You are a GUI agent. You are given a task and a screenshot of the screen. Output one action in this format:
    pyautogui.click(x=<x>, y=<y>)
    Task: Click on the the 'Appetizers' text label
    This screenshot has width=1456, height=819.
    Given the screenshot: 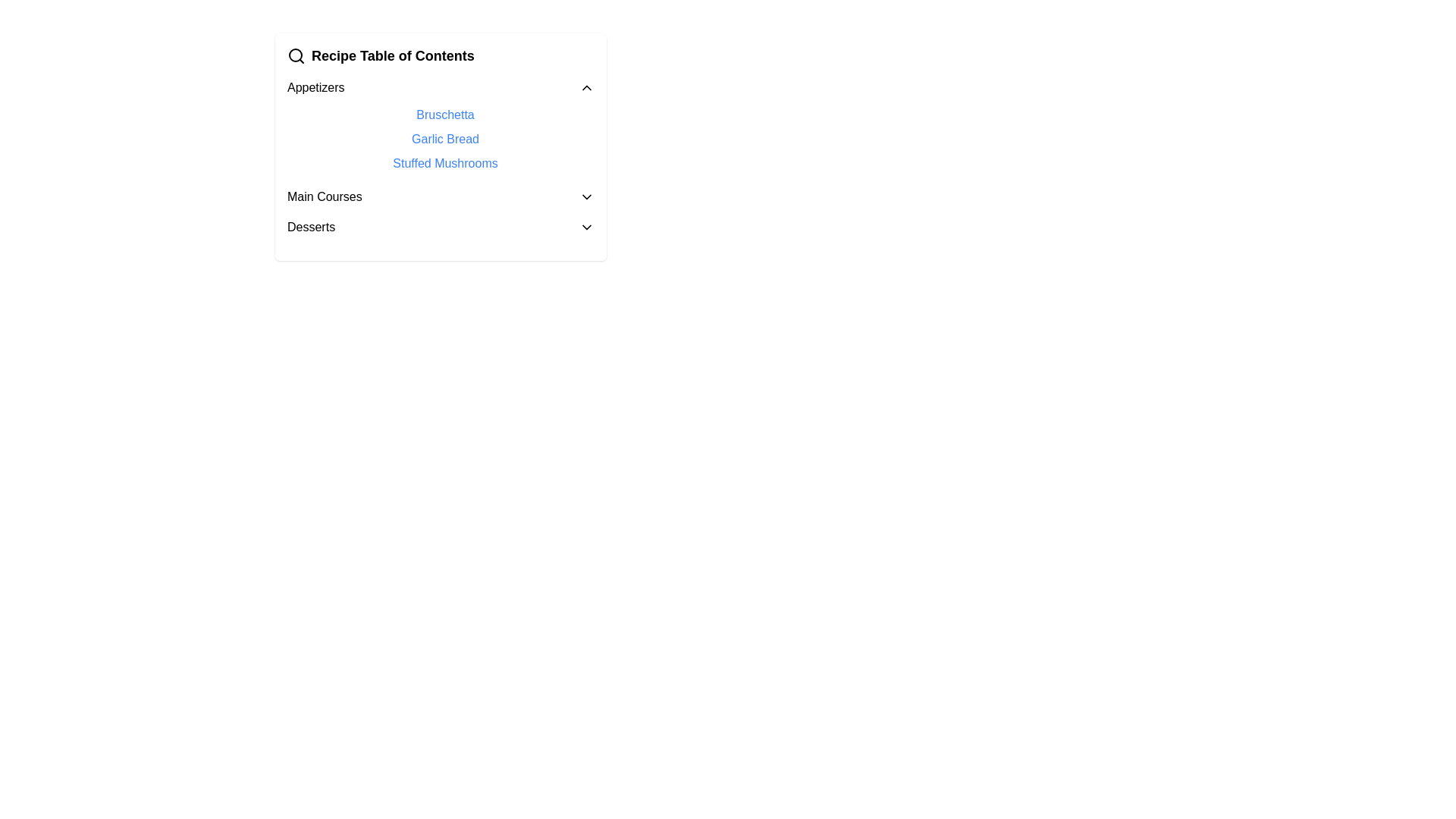 What is the action you would take?
    pyautogui.click(x=315, y=87)
    